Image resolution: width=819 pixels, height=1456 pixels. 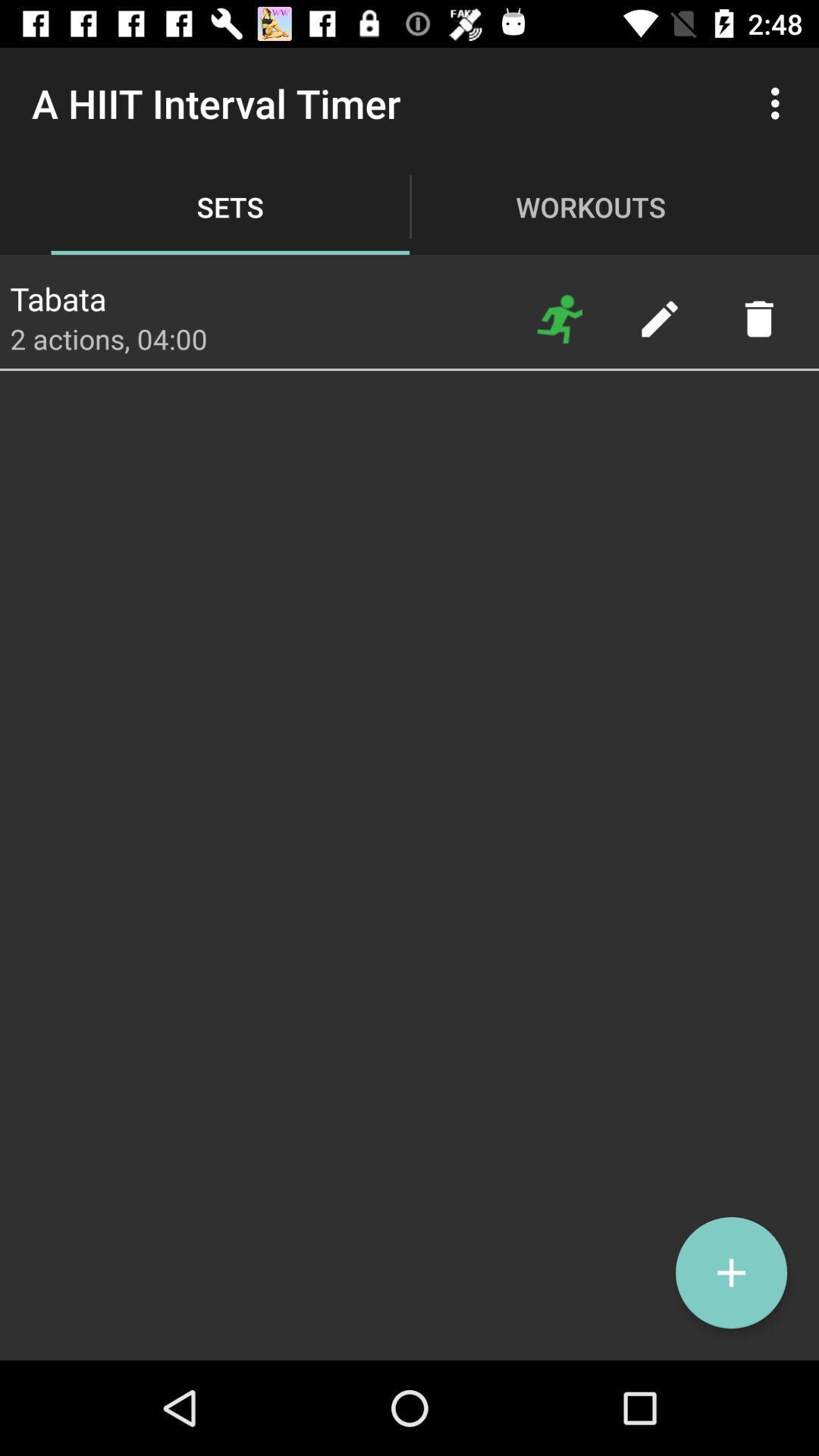 What do you see at coordinates (758, 318) in the screenshot?
I see `delete` at bounding box center [758, 318].